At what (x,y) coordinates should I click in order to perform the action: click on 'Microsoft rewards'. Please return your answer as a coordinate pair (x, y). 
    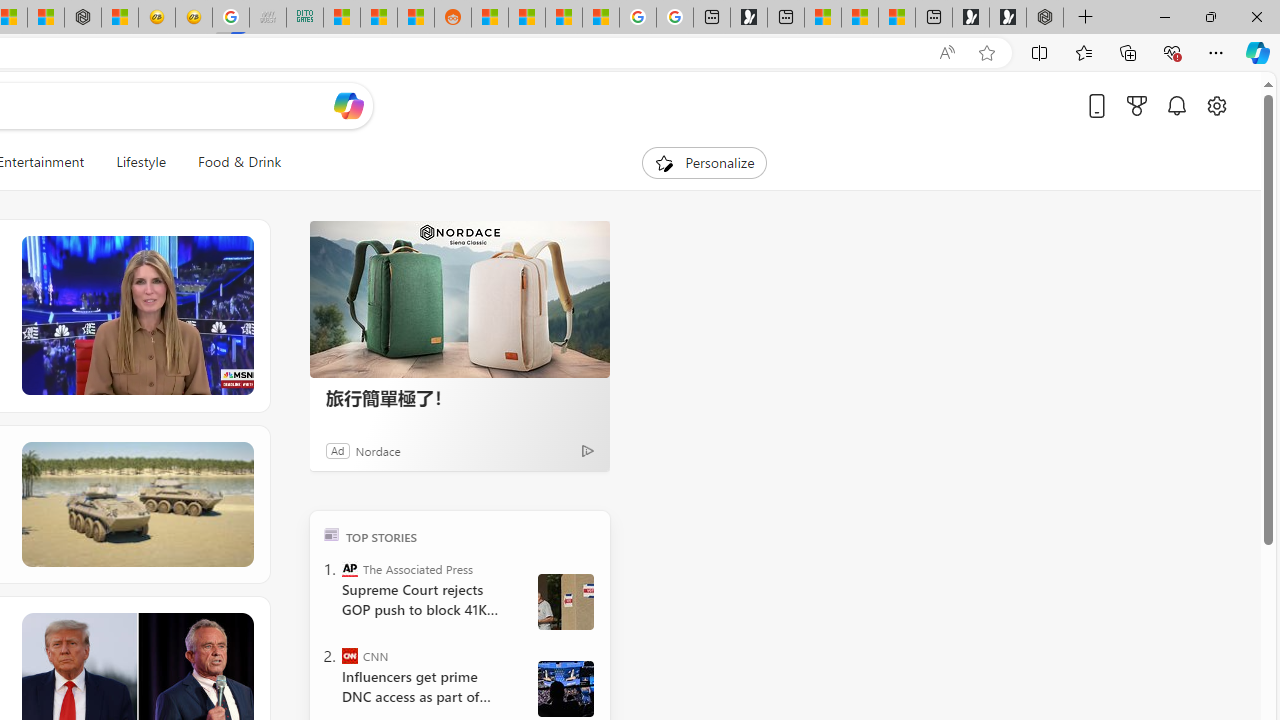
    Looking at the image, I should click on (1137, 105).